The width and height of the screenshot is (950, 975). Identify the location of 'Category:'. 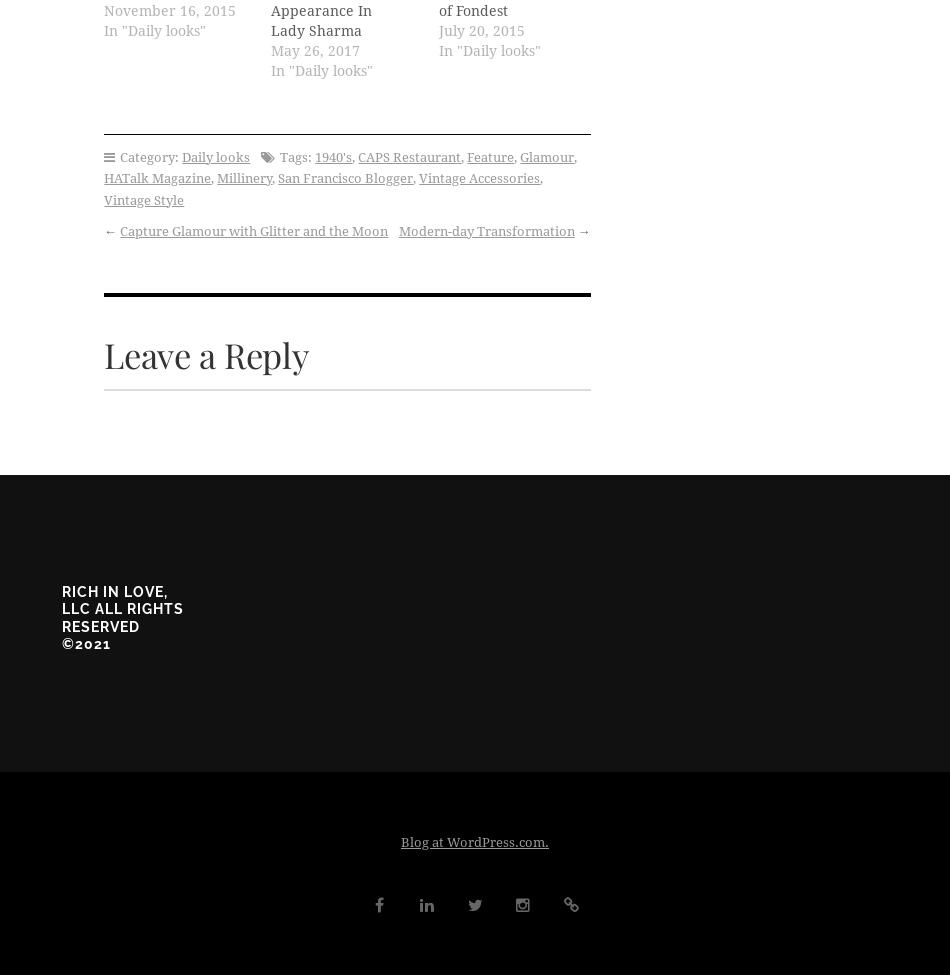
(149, 155).